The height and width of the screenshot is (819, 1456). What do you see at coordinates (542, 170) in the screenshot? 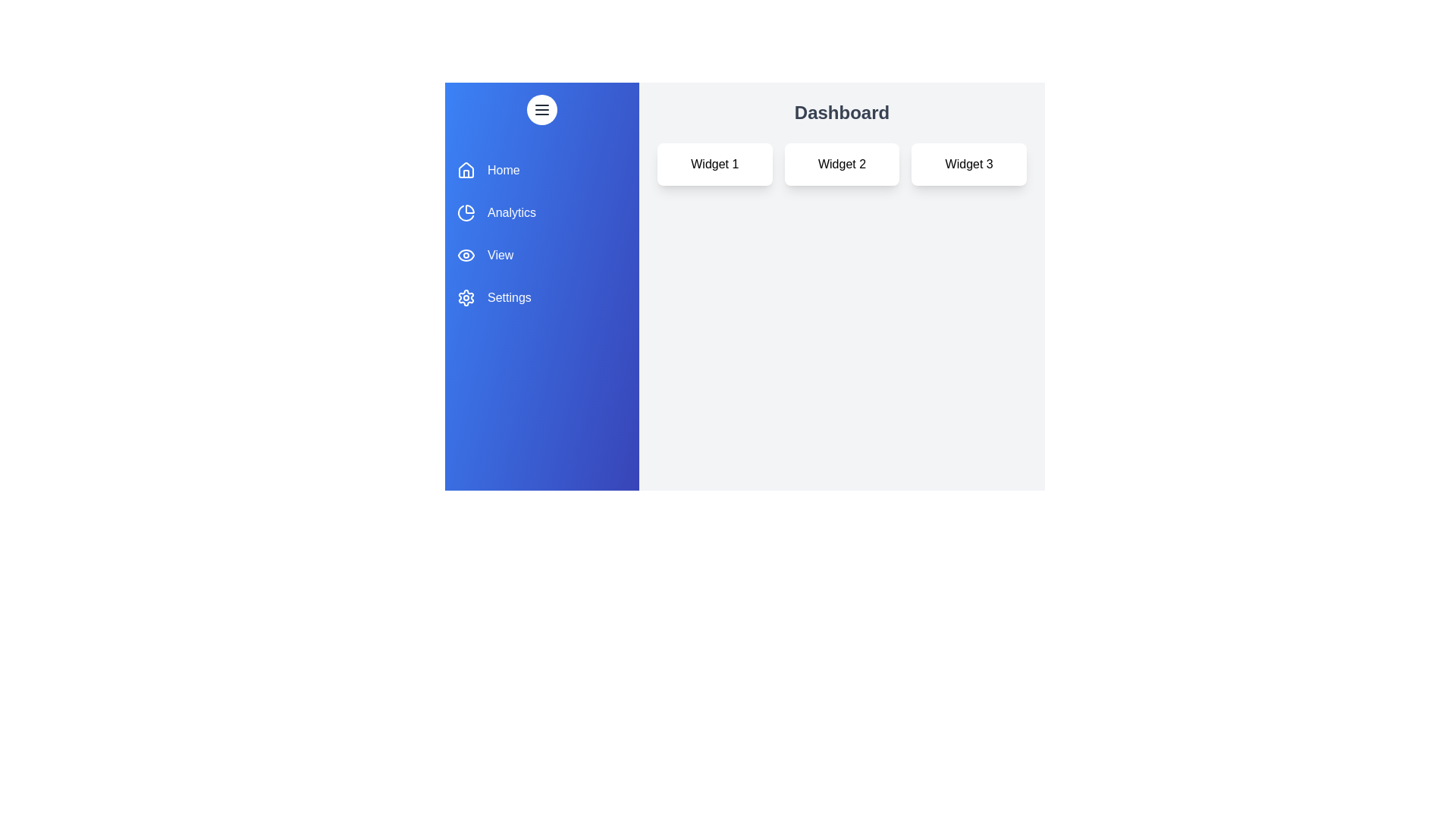
I see `the Home section from the drawer menu` at bounding box center [542, 170].